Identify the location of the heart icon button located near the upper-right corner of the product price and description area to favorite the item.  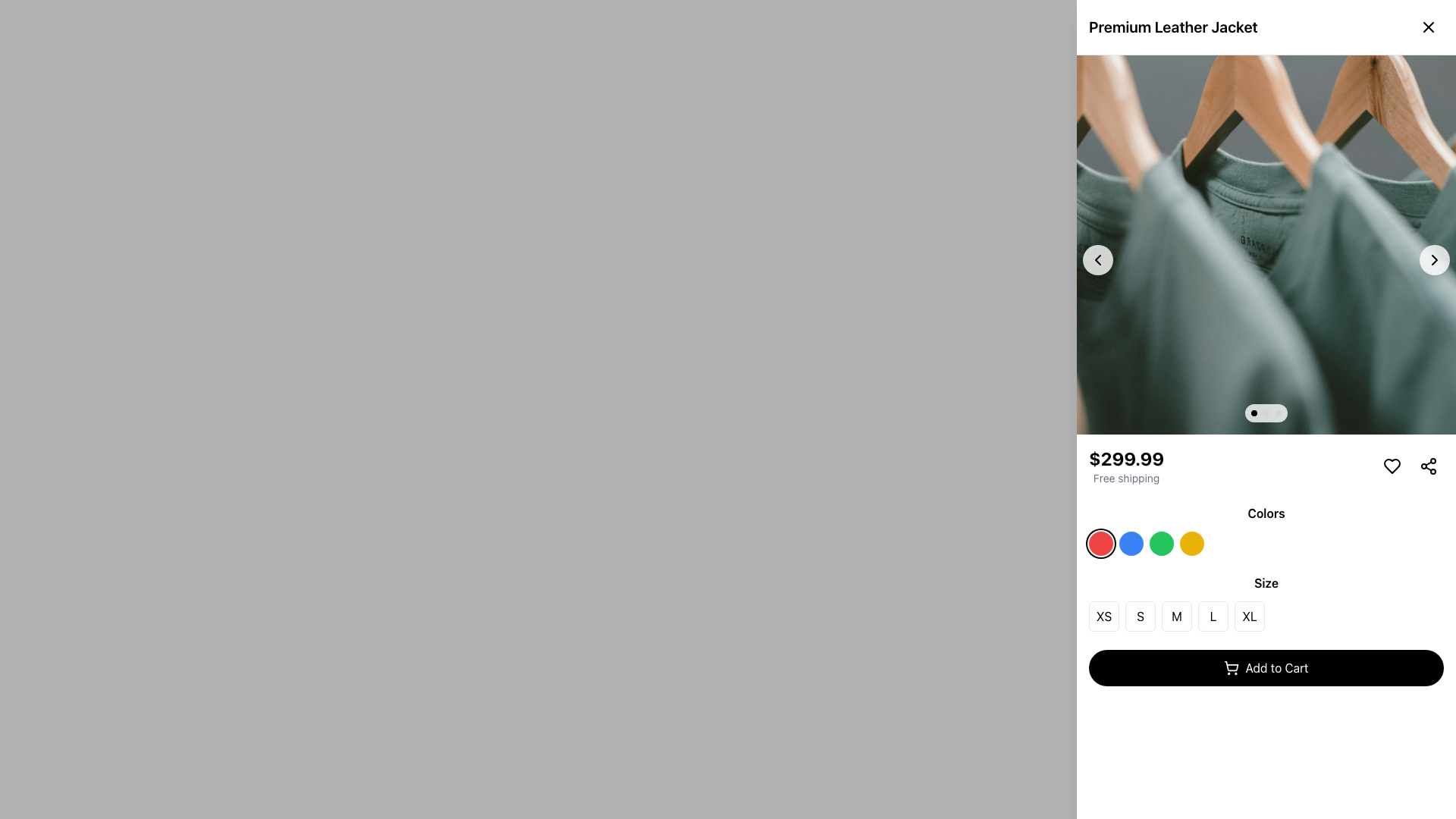
(1392, 465).